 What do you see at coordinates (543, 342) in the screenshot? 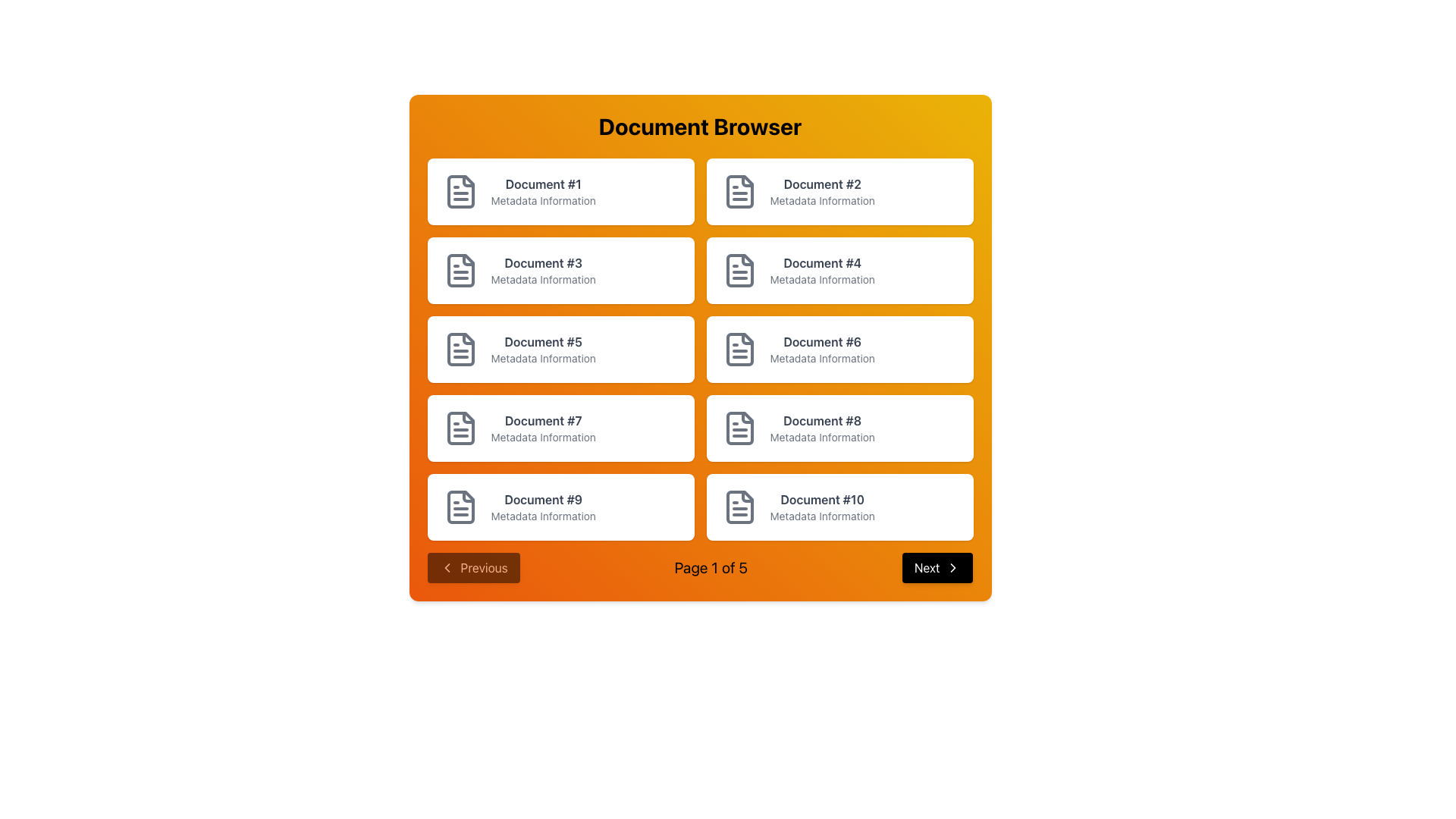
I see `the text label reading 'Document #5', which is styled with a bold font and medium gray color, located in the third row and first column of the document entries grid layout` at bounding box center [543, 342].